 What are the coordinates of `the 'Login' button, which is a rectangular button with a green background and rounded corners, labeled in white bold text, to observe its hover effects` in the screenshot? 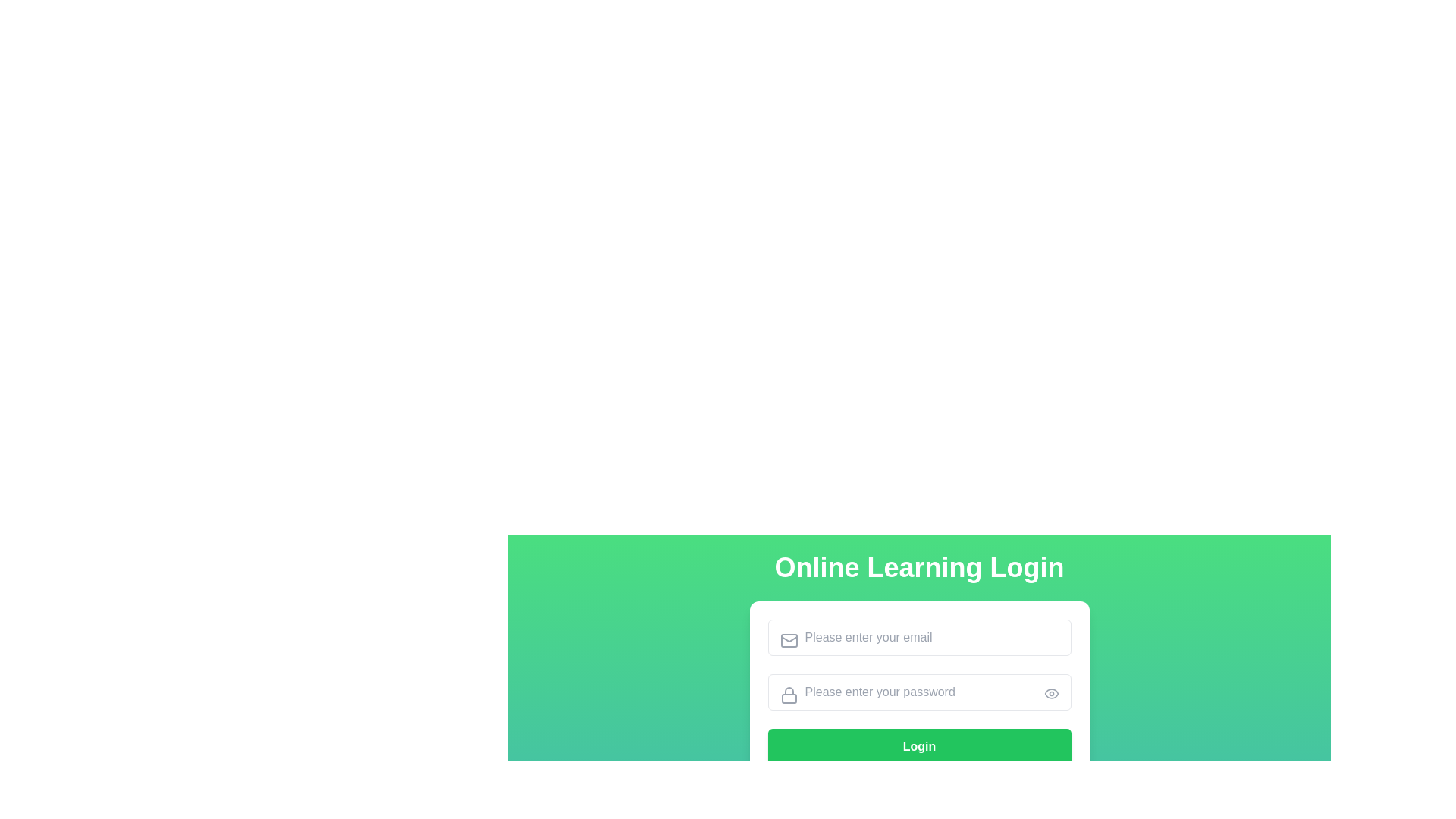 It's located at (918, 692).